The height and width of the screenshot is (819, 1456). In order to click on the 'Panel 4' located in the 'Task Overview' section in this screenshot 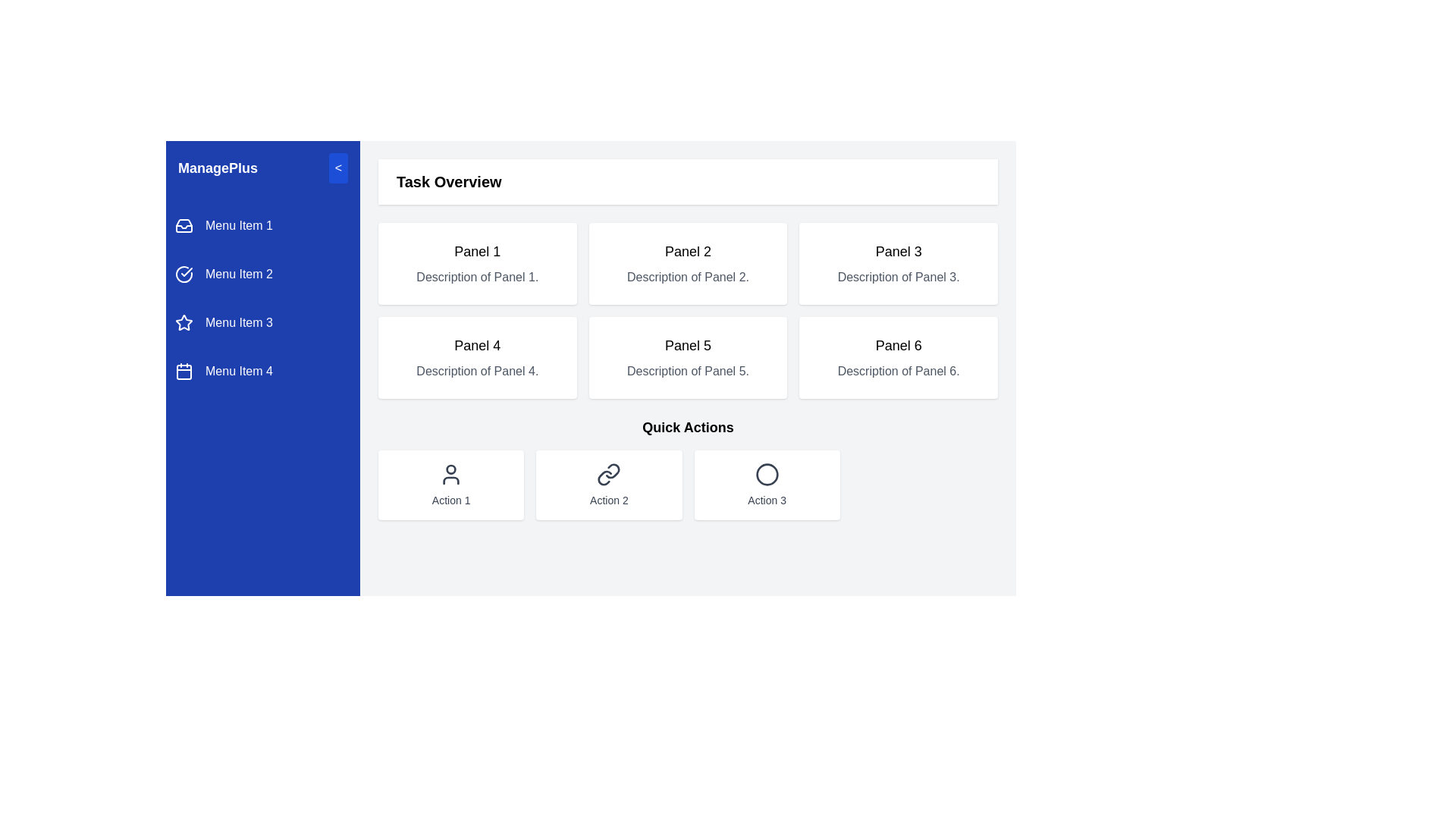, I will do `click(476, 357)`.